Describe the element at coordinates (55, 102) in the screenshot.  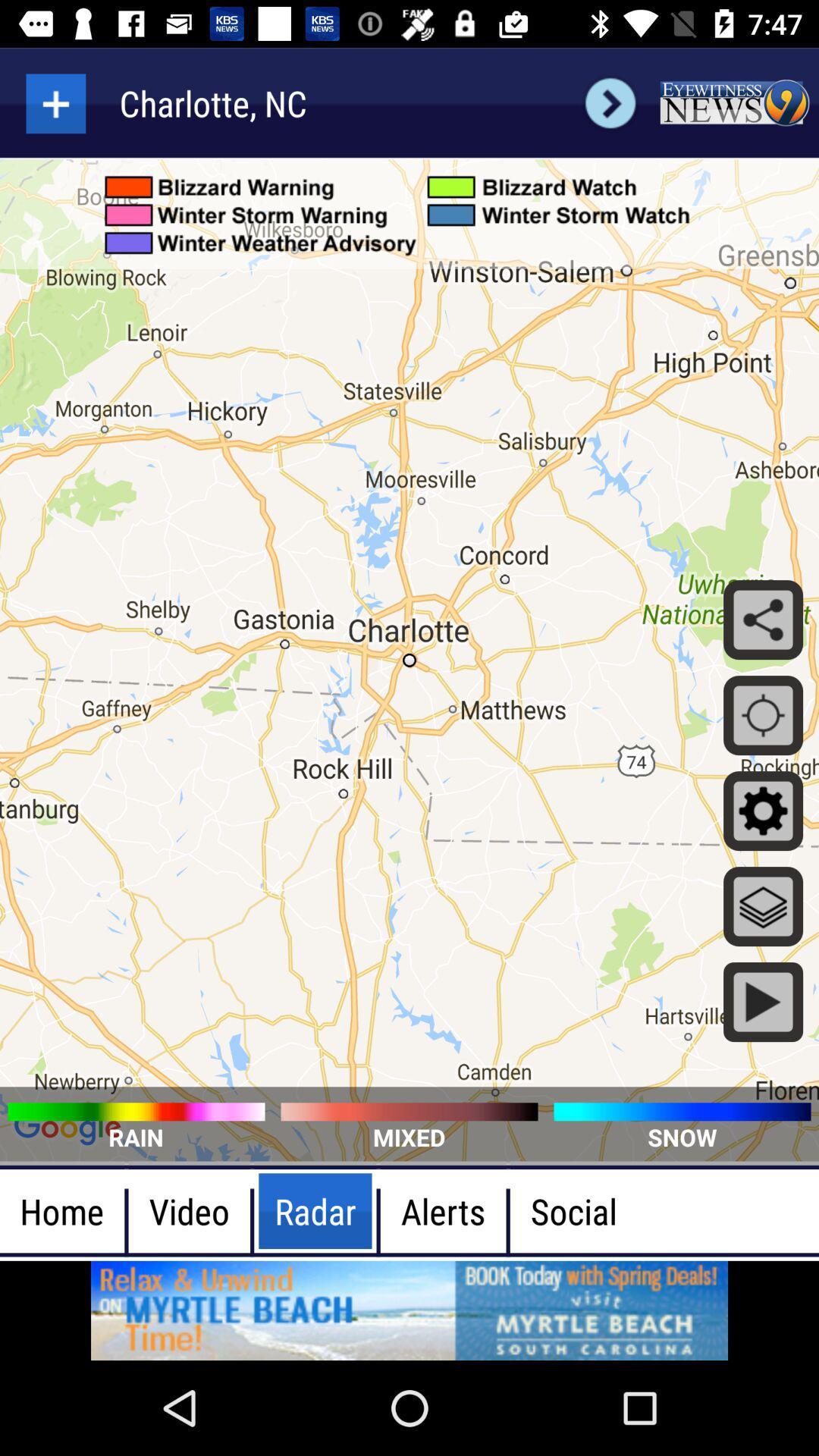
I see `radar` at that location.